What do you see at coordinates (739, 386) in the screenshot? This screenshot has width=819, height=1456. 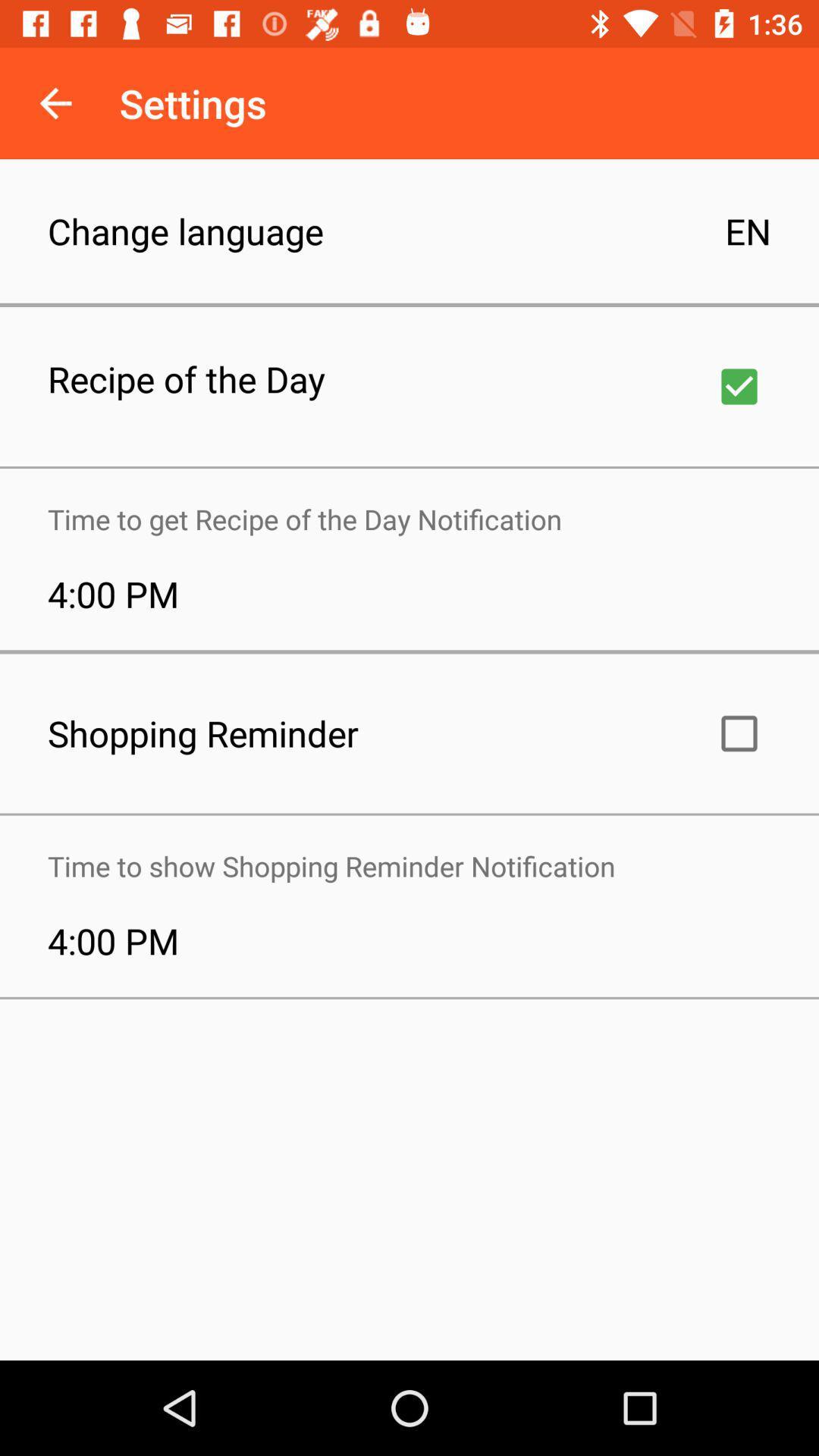 I see `control whether i receive recipe of the day` at bounding box center [739, 386].